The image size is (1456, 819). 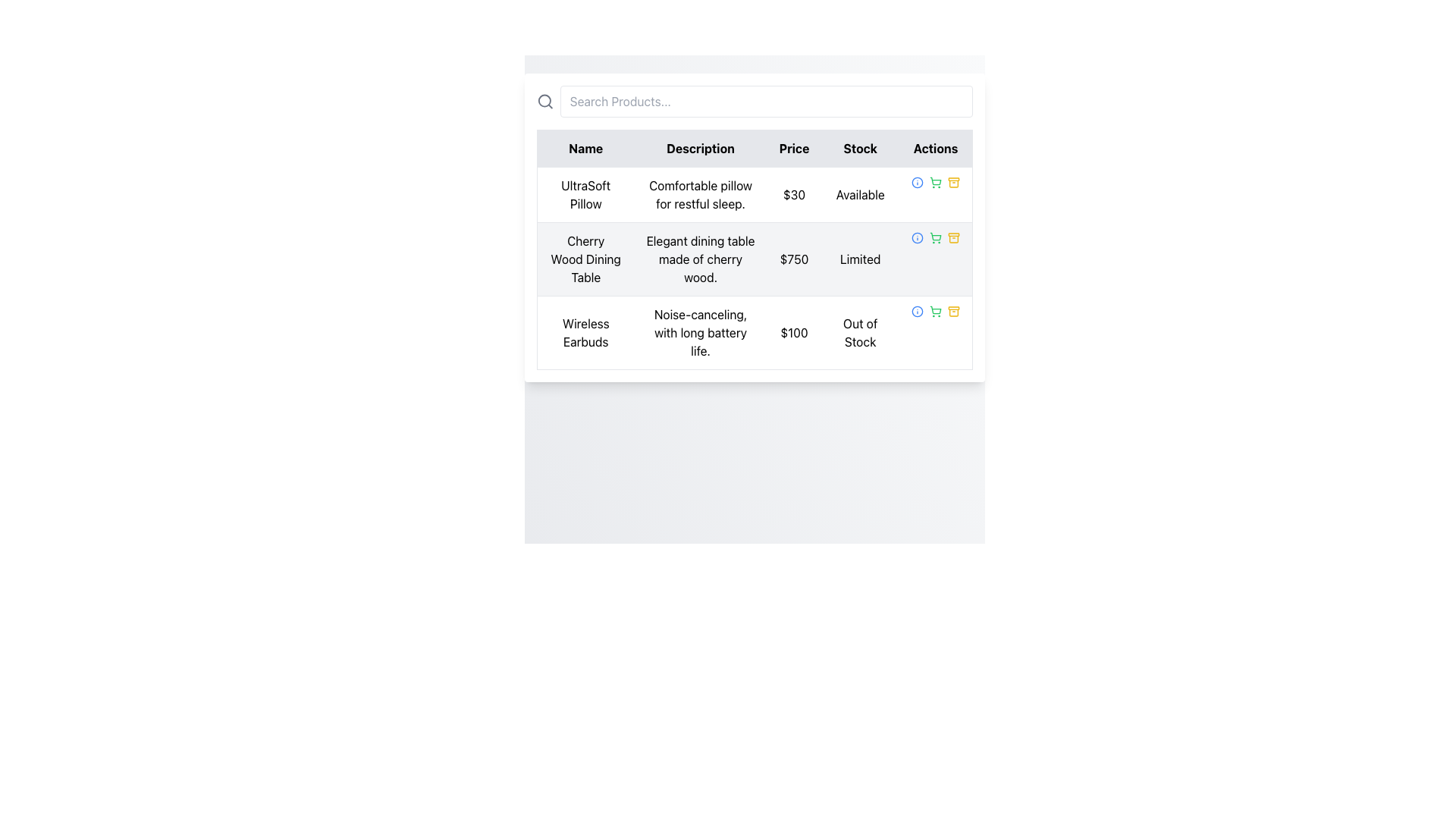 I want to click on the second icon button in the 'Actions' section of the table row for 'Cherry Wood Dining Table', so click(x=934, y=237).